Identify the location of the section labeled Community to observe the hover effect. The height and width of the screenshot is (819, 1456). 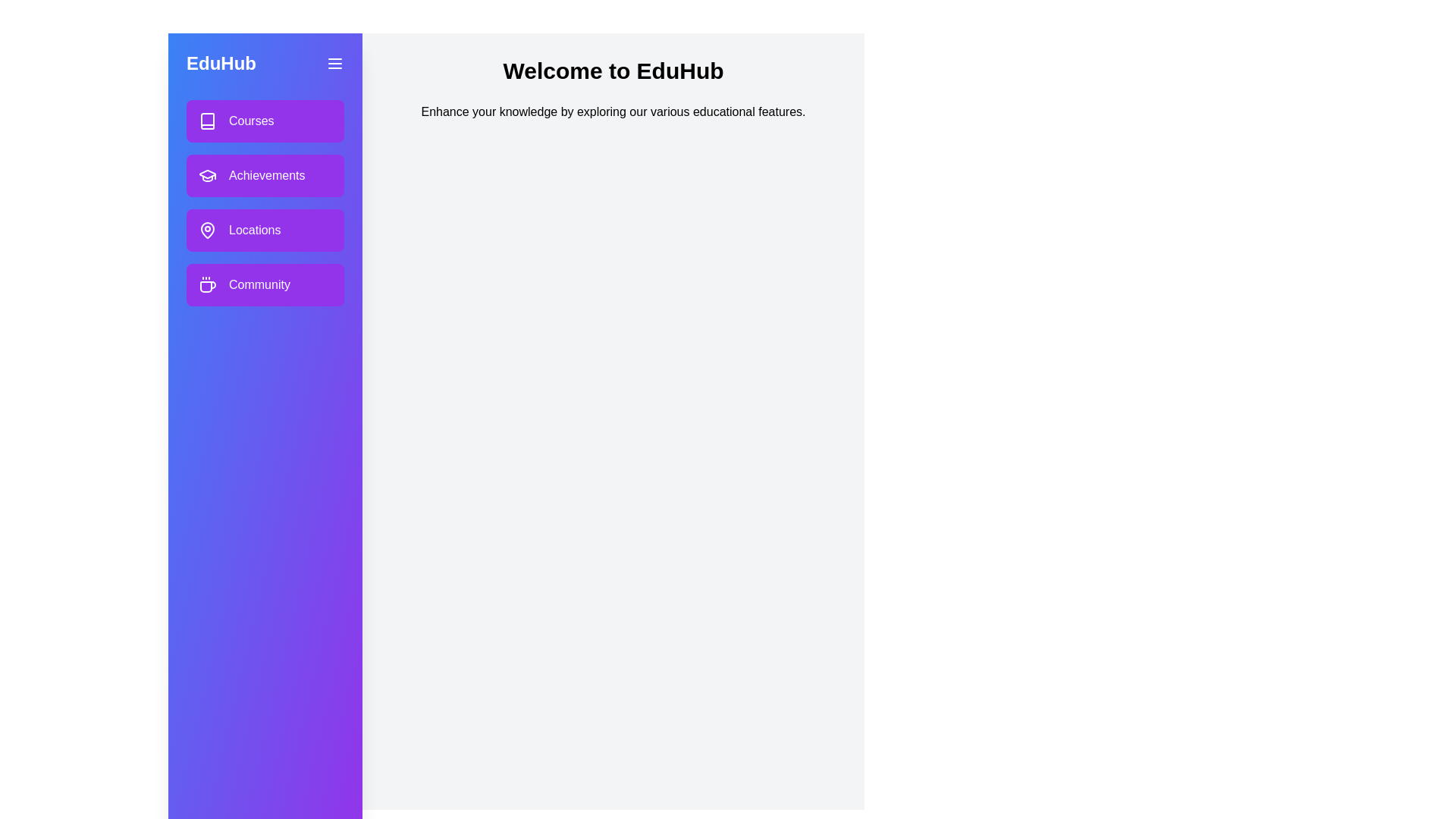
(265, 284).